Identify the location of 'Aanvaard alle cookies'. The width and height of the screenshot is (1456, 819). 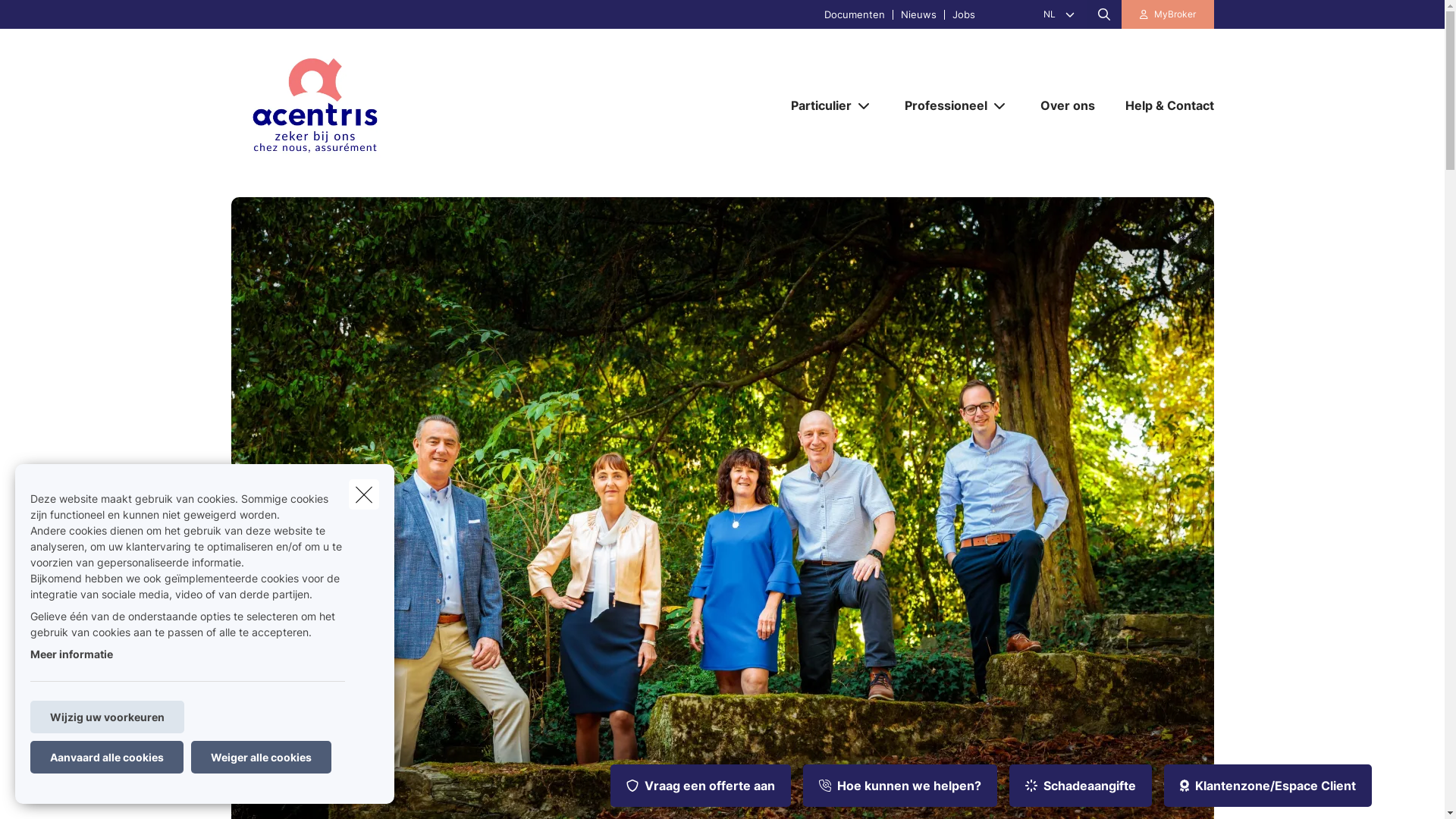
(105, 757).